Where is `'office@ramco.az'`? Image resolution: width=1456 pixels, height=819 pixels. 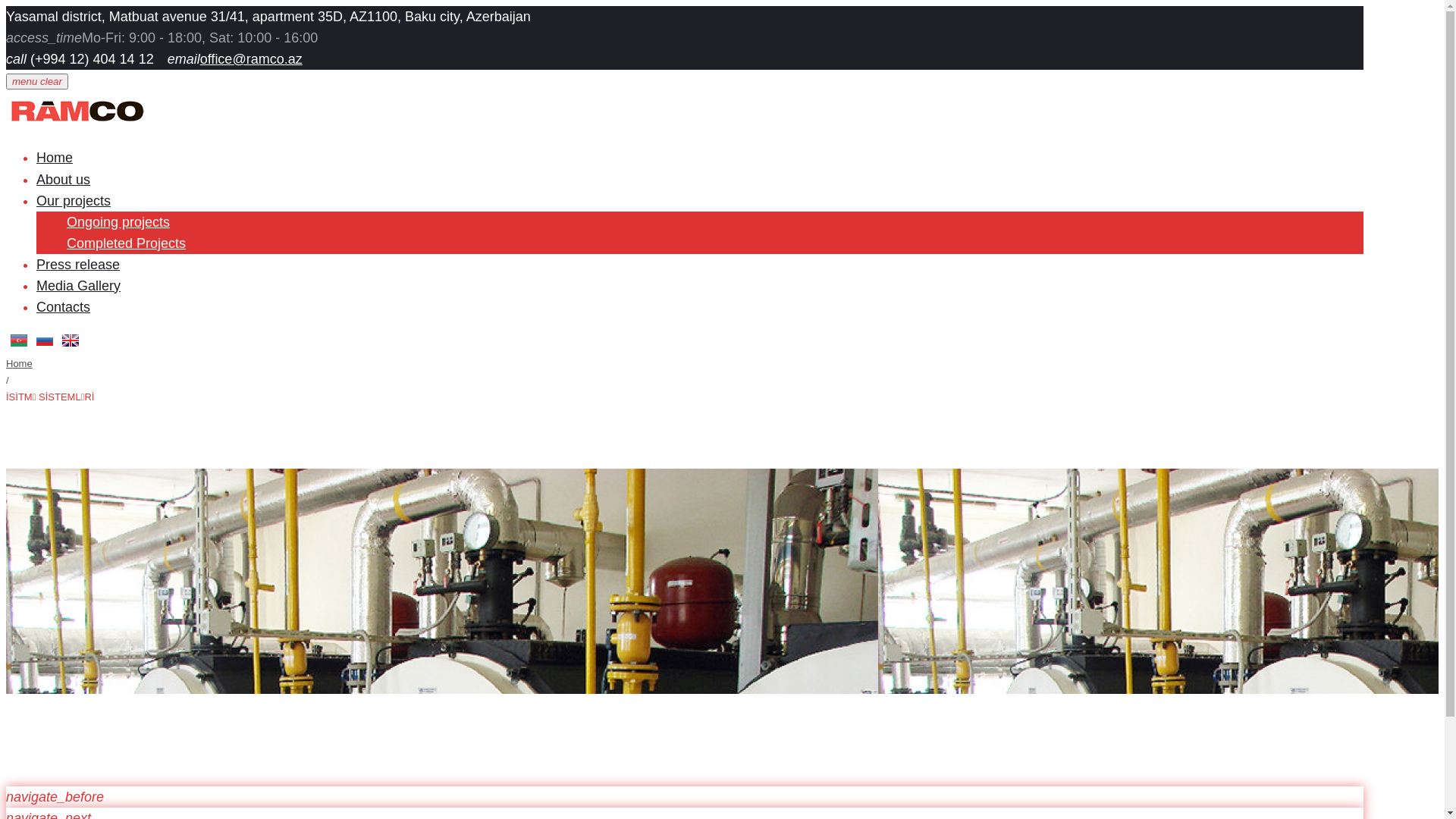
'office@ramco.az' is located at coordinates (251, 58).